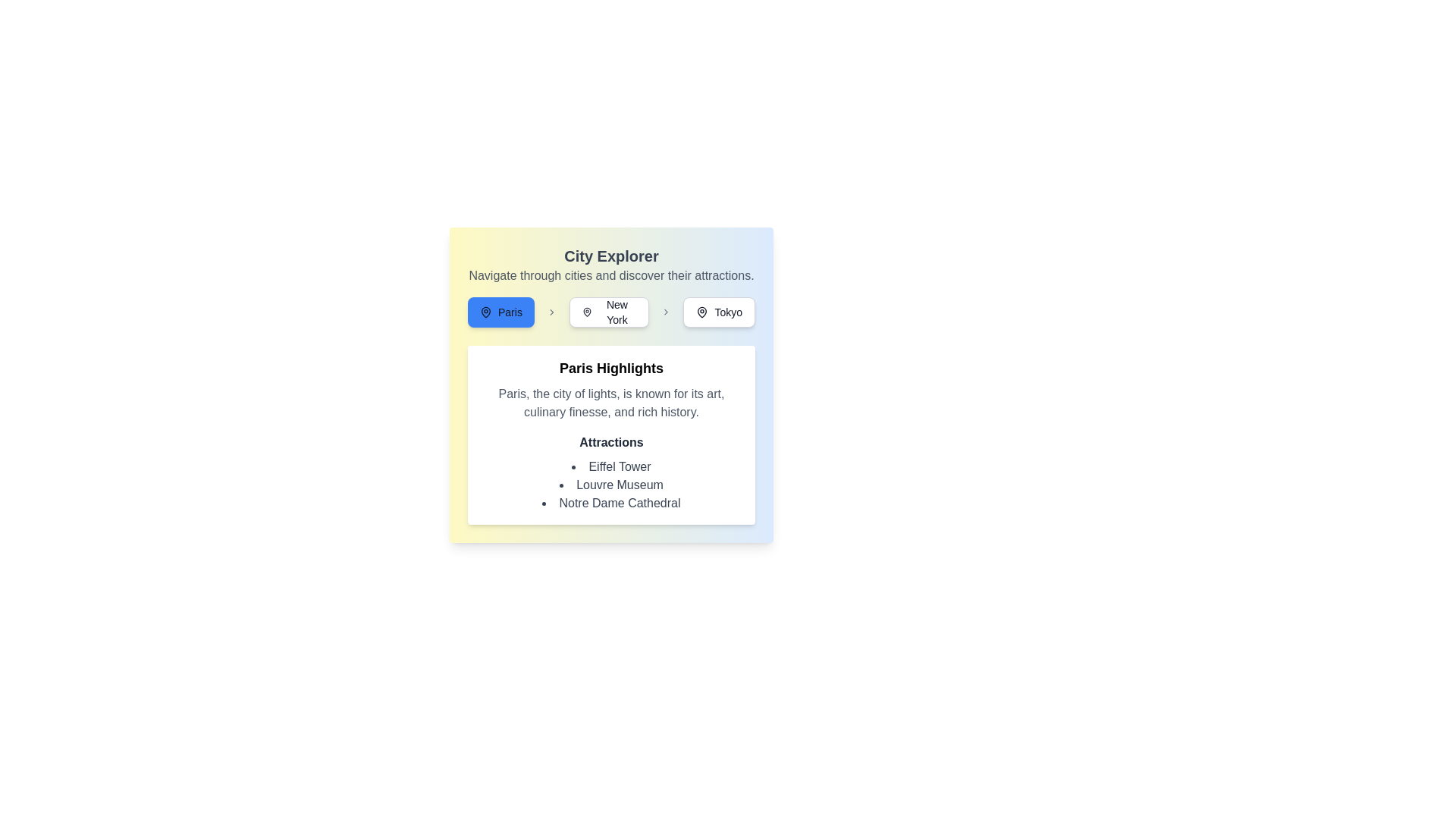  What do you see at coordinates (701, 312) in the screenshot?
I see `the map pin icon associated with the city 'Paris' for accessibility purposes` at bounding box center [701, 312].